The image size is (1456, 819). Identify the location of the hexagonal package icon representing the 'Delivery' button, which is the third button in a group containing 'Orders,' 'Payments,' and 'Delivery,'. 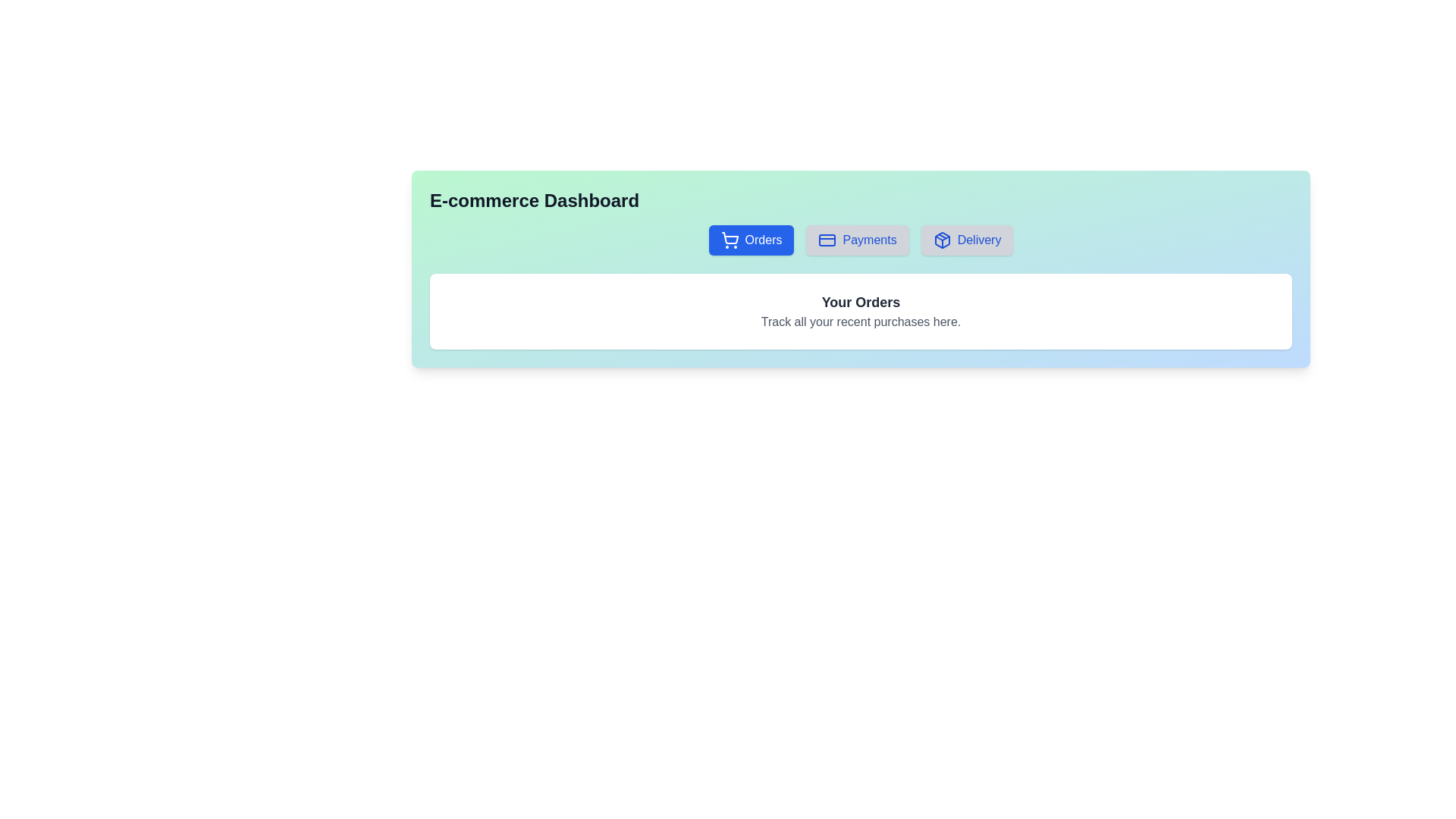
(941, 239).